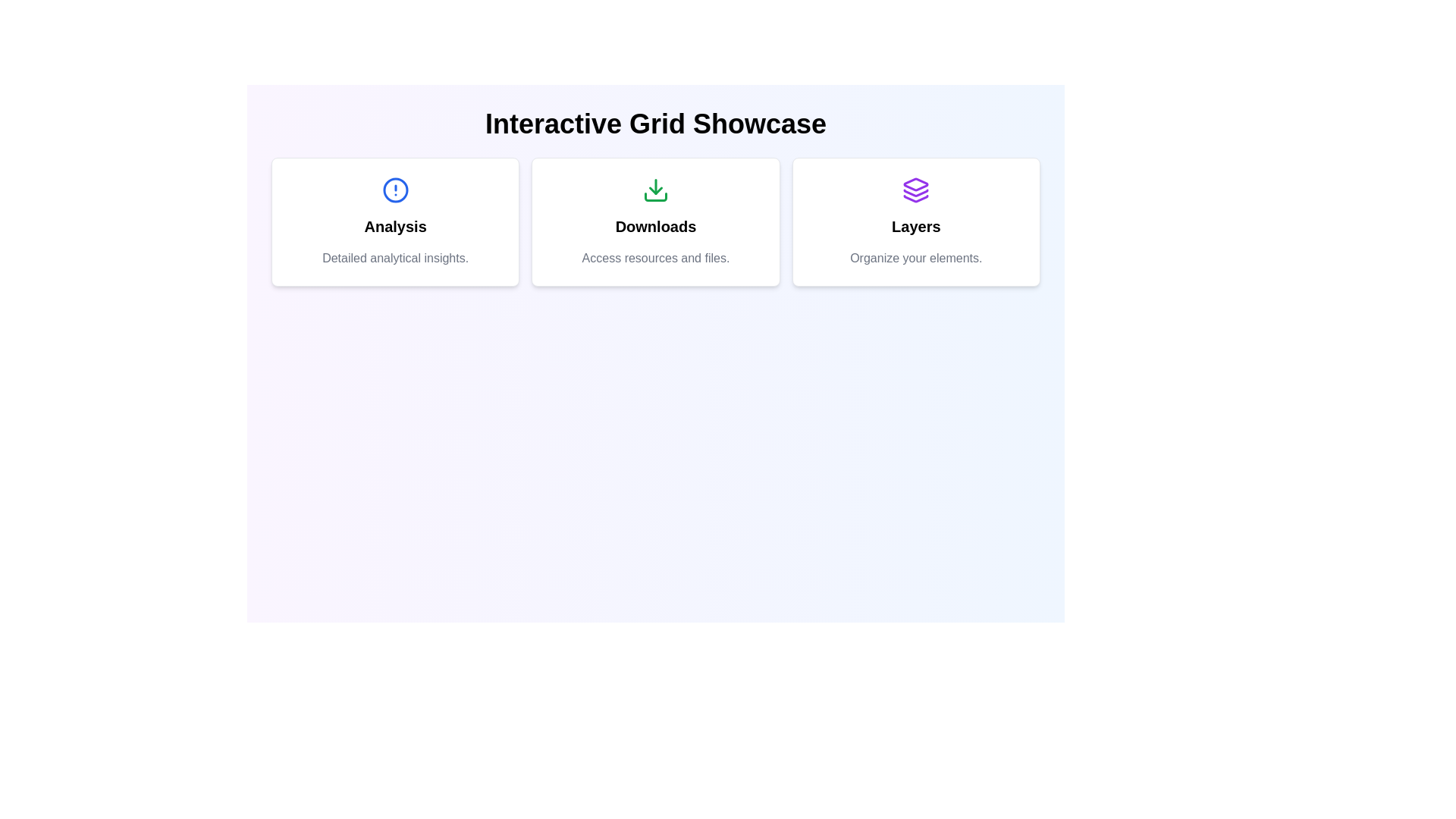 The width and height of the screenshot is (1456, 819). What do you see at coordinates (915, 227) in the screenshot?
I see `the Text label that serves as the title for the third card in the Interactive Grid Showcase, positioned in the lower-middle part of the card, below the icon and above the description text` at bounding box center [915, 227].